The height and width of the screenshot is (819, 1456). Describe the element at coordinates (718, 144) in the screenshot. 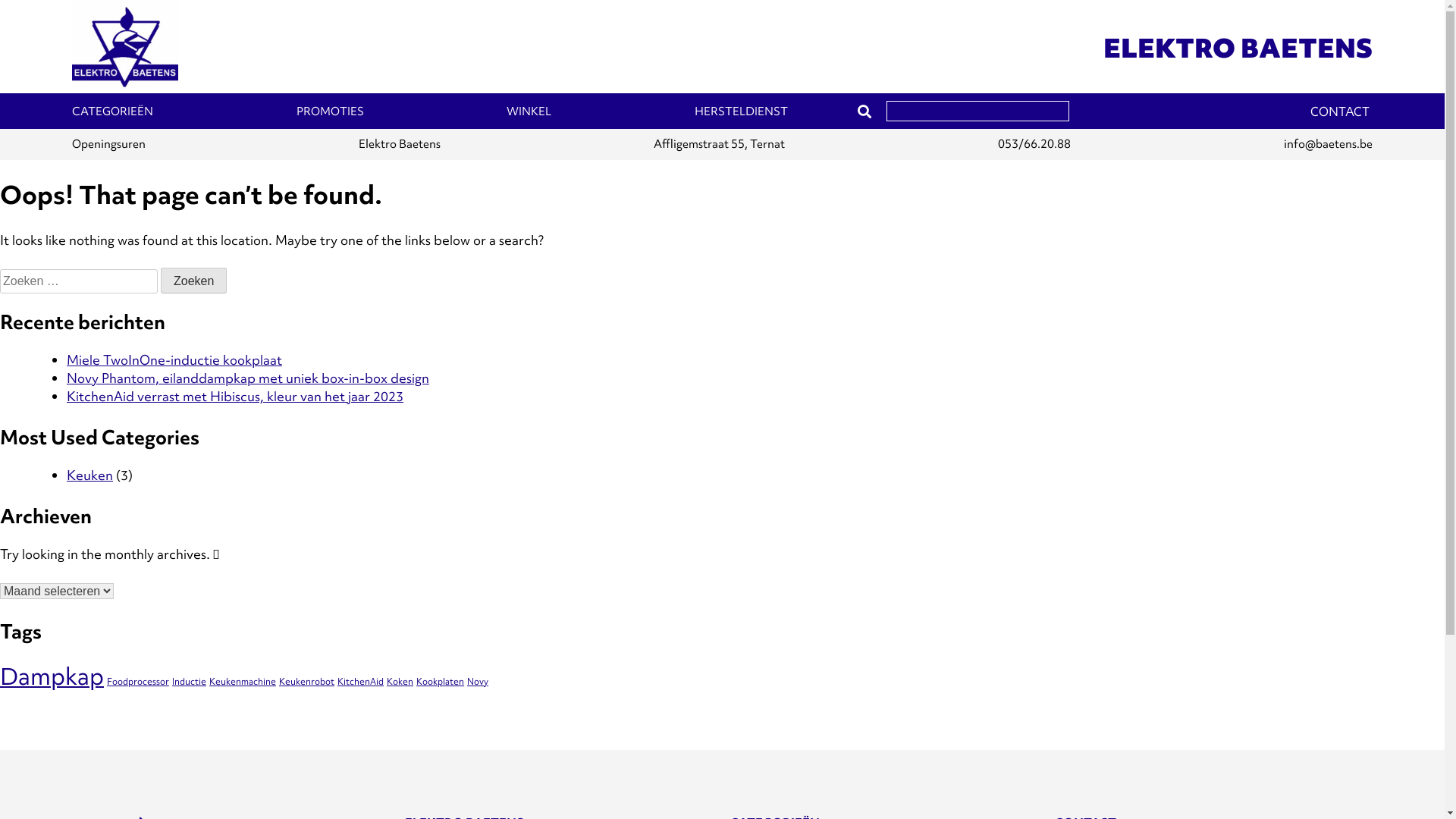

I see `'Affligemstraat 55, Ternat'` at that location.